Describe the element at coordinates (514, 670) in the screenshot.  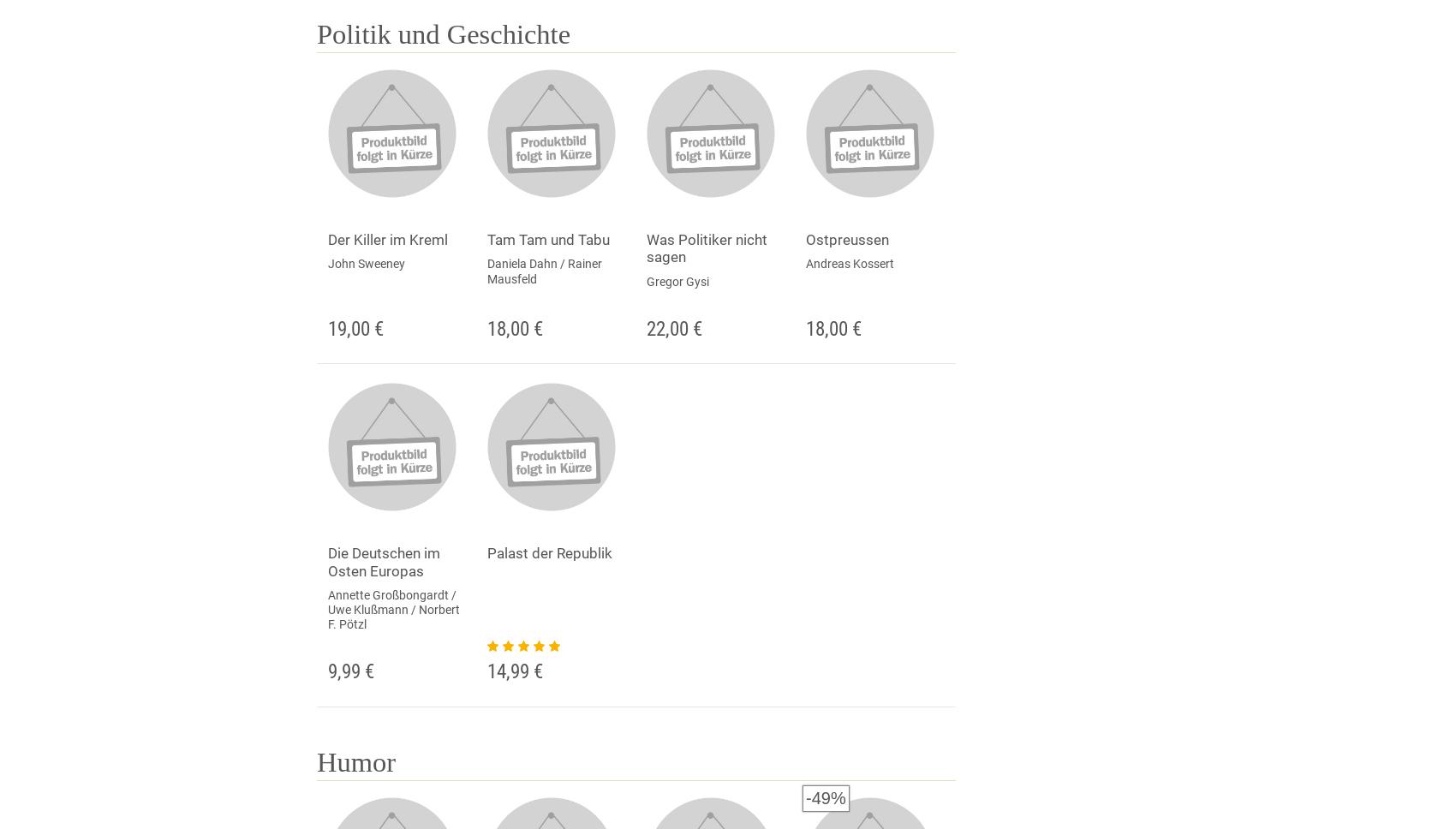
I see `'14,99 €'` at that location.